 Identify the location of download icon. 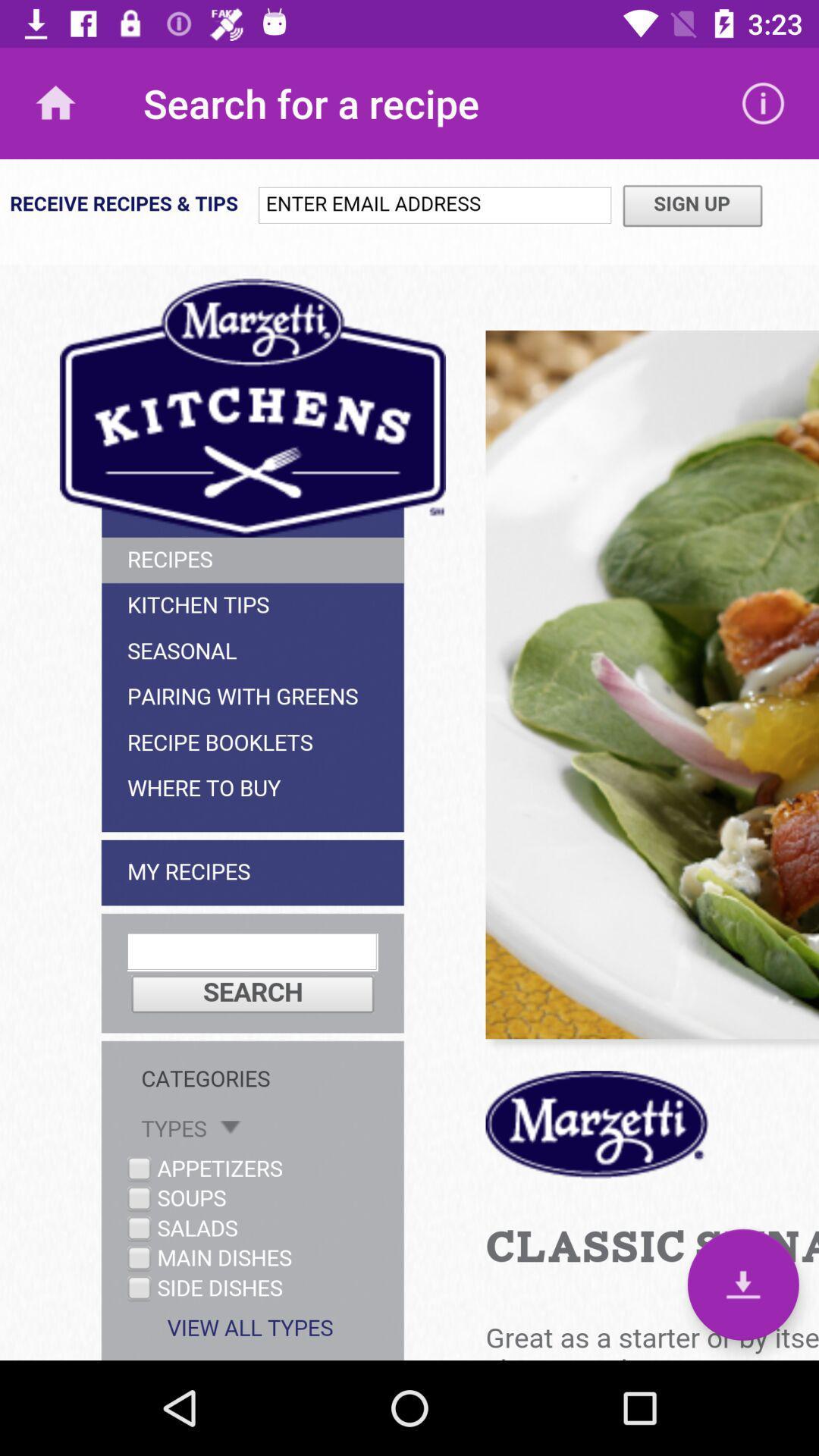
(742, 1284).